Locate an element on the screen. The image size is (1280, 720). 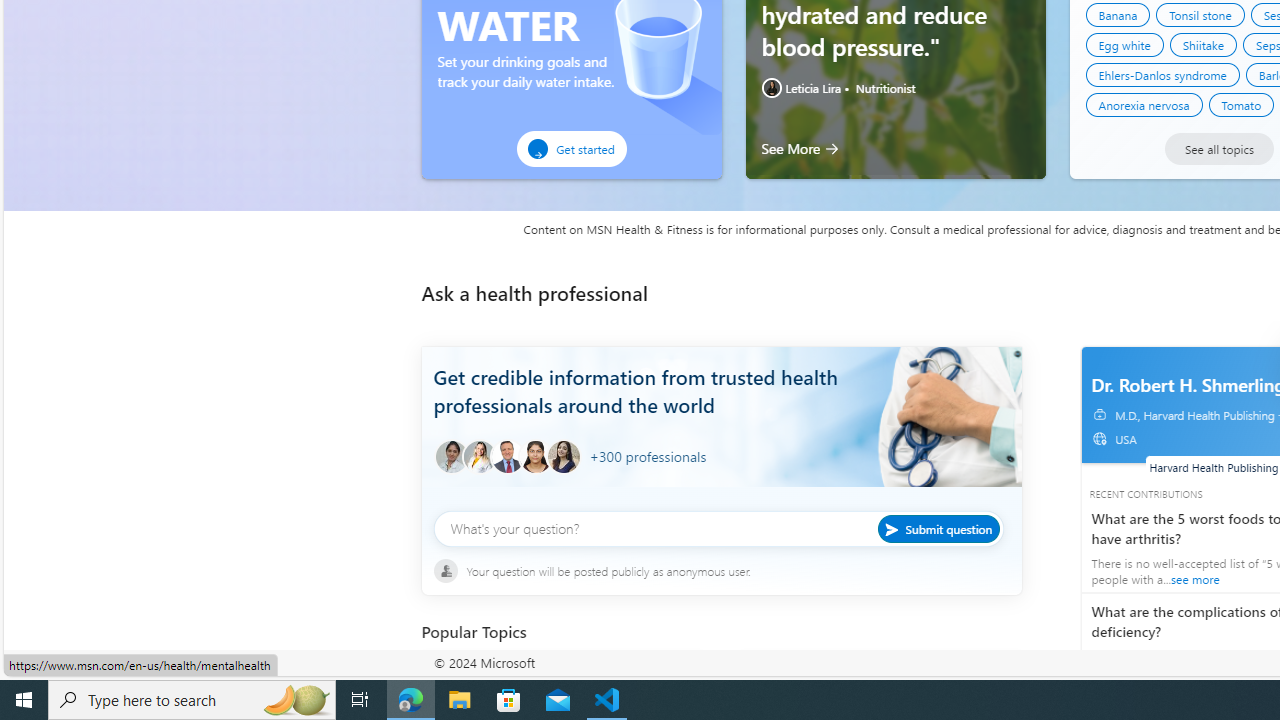
'Health professional icon' is located at coordinates (450, 457).